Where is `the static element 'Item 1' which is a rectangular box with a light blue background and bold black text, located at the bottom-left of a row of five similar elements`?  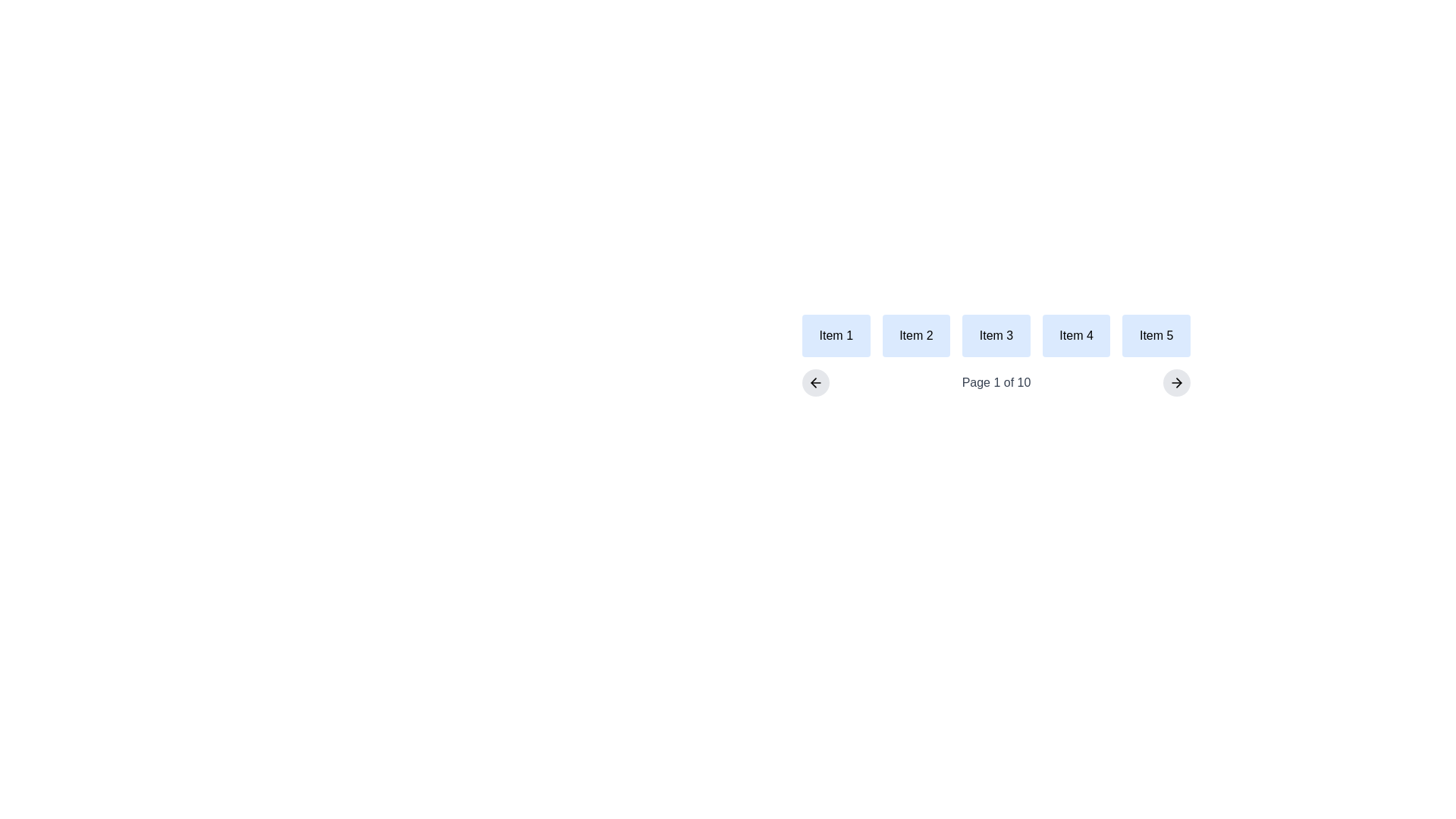
the static element 'Item 1' which is a rectangular box with a light blue background and bold black text, located at the bottom-left of a row of five similar elements is located at coordinates (835, 335).